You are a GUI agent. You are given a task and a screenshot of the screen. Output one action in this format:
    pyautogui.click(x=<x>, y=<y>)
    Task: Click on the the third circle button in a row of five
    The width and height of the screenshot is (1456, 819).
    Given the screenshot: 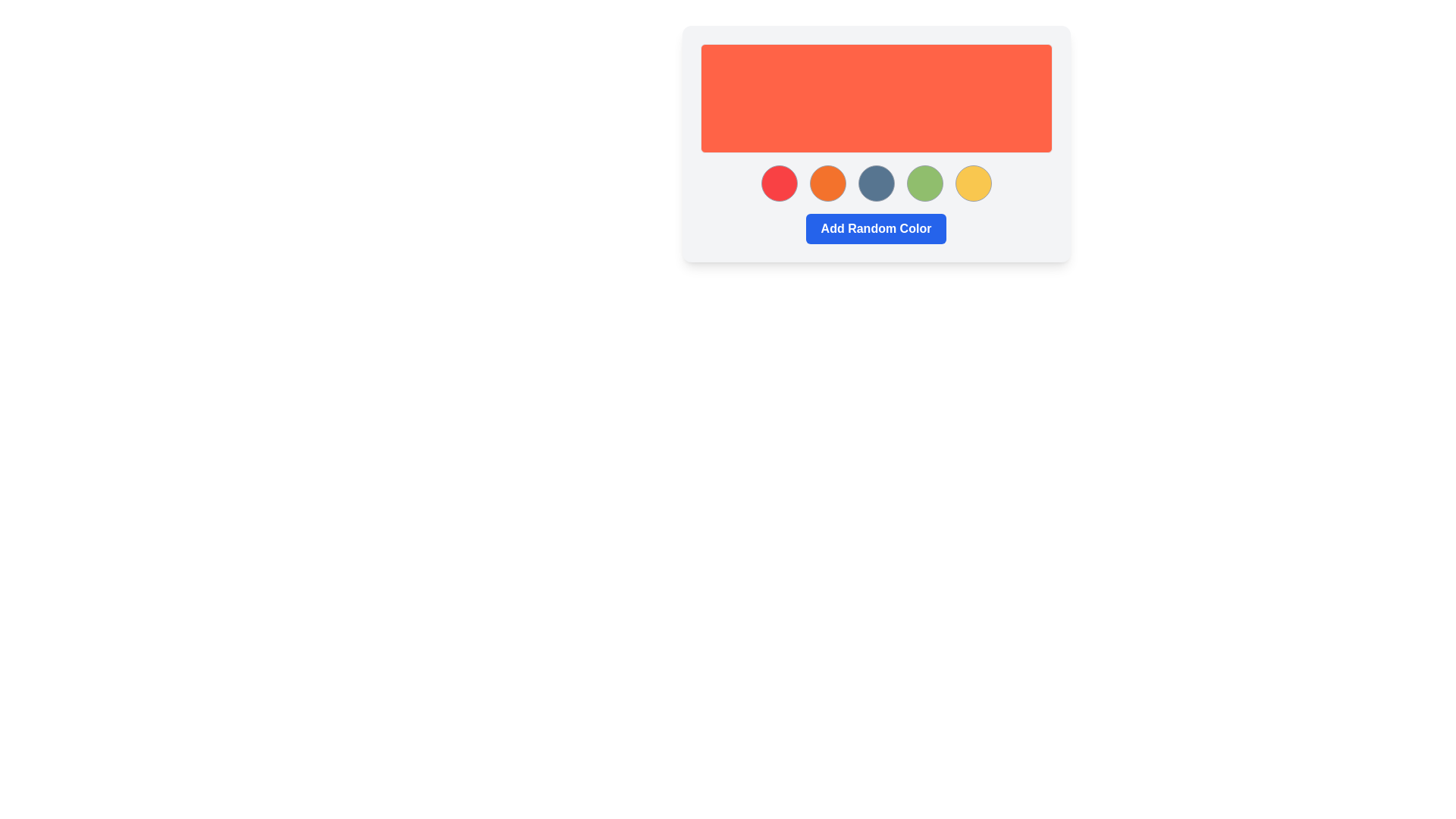 What is the action you would take?
    pyautogui.click(x=876, y=183)
    